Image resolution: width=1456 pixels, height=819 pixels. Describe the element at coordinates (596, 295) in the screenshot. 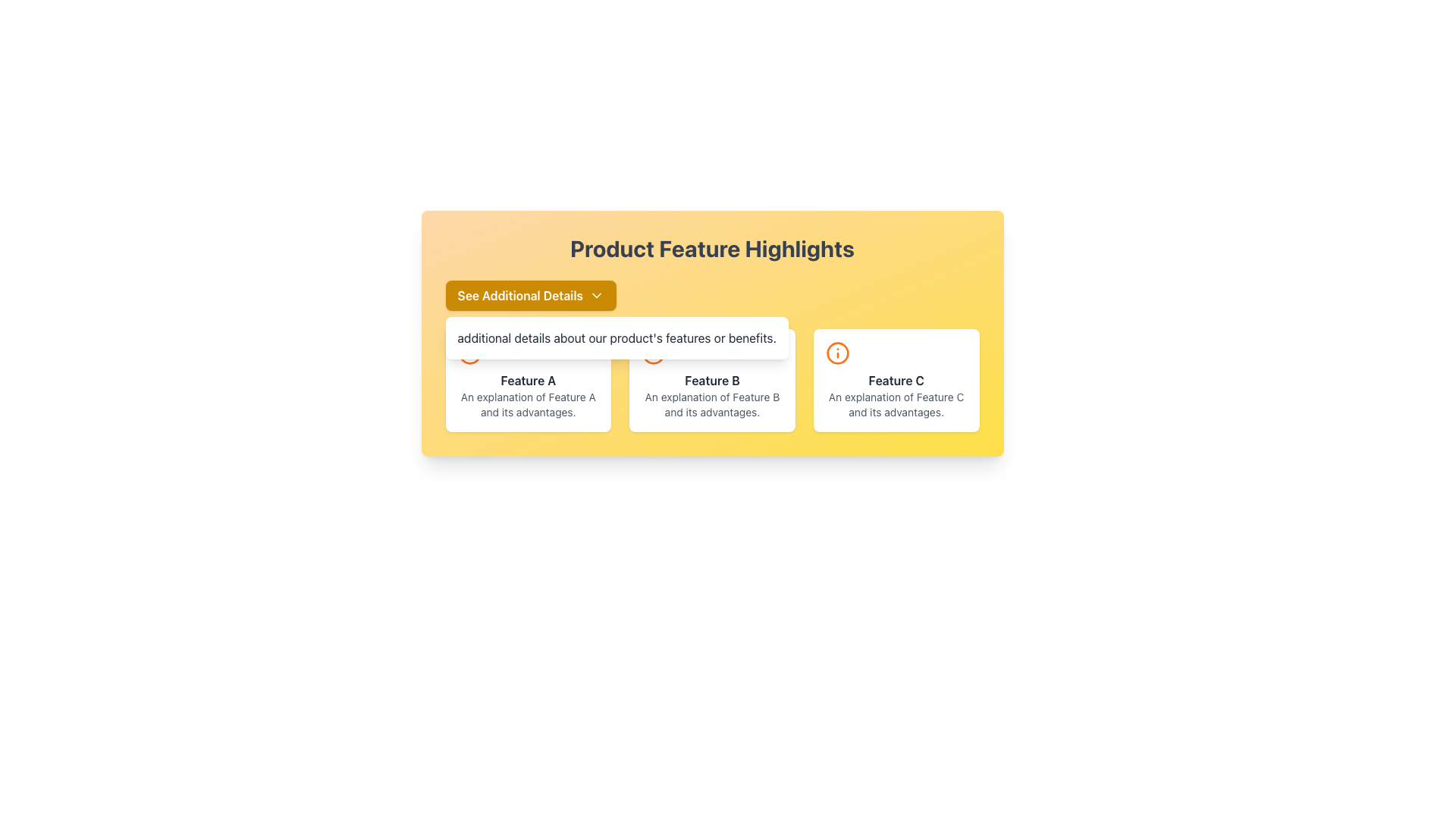

I see `the downward-facing chevron icon, which is styled with a thin black stroke and is adjacent to the text 'See Additional Details'` at that location.